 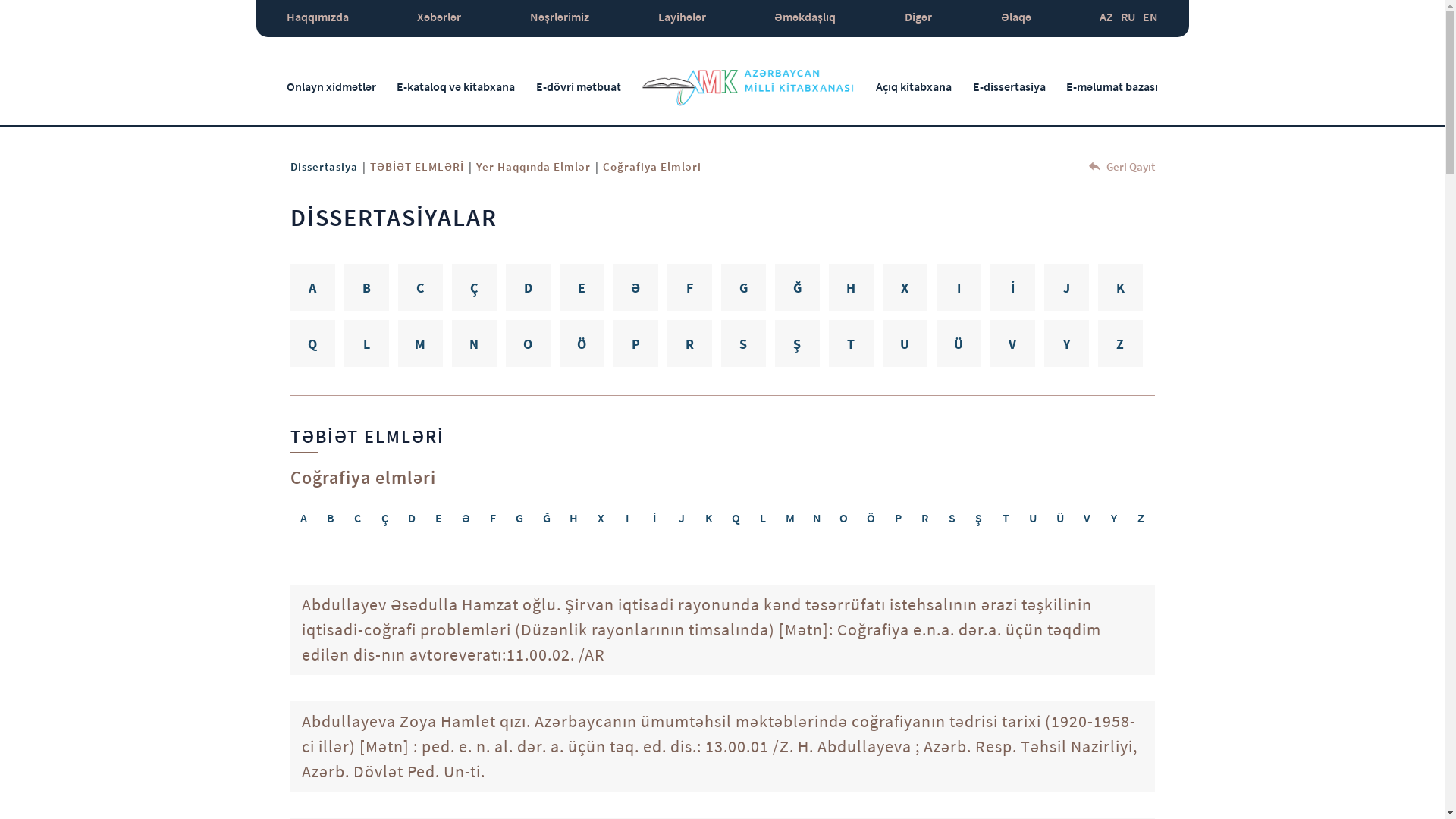 What do you see at coordinates (1113, 516) in the screenshot?
I see `'Y'` at bounding box center [1113, 516].